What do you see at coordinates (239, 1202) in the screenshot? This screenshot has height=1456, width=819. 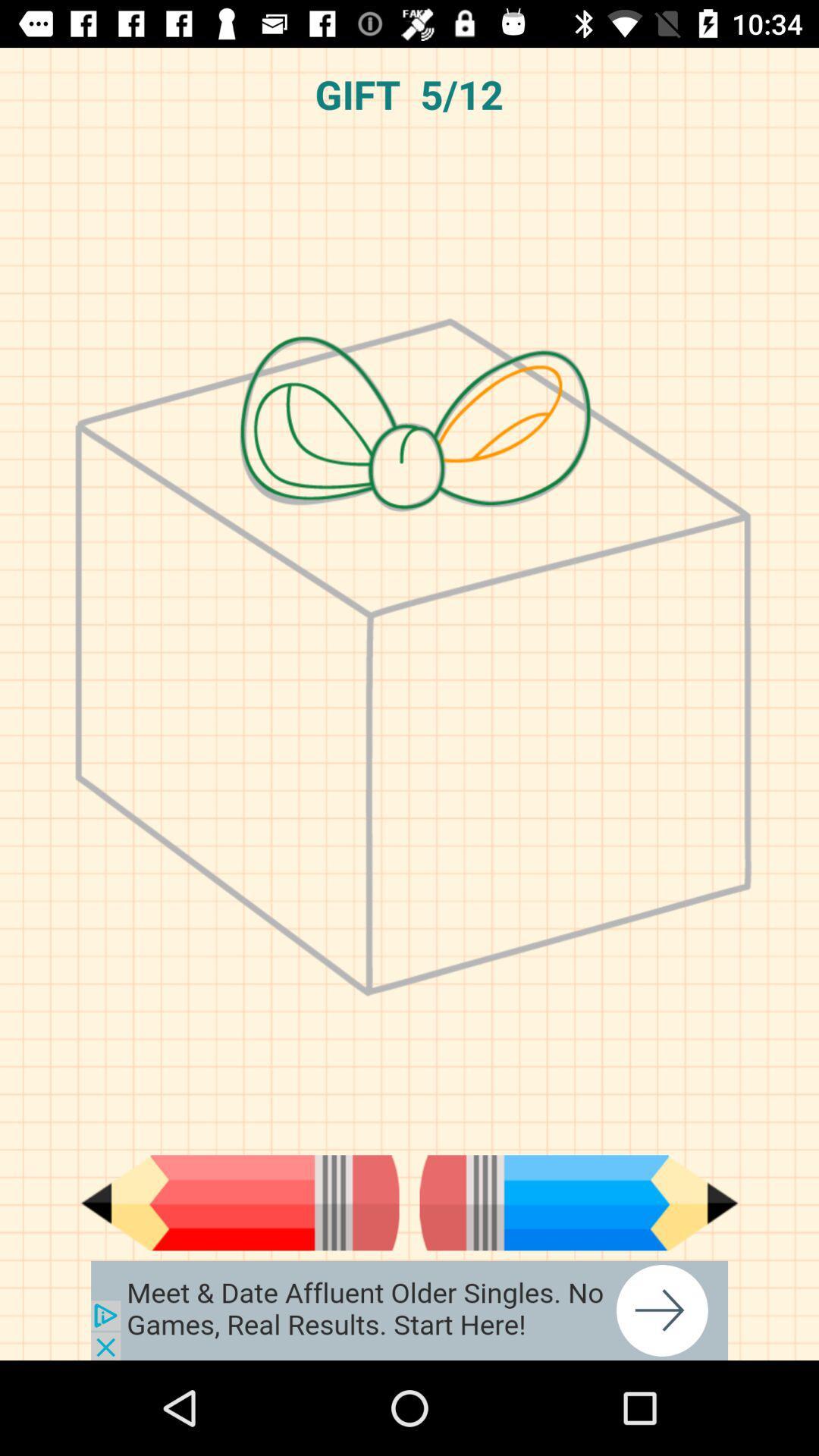 I see `go back` at bounding box center [239, 1202].